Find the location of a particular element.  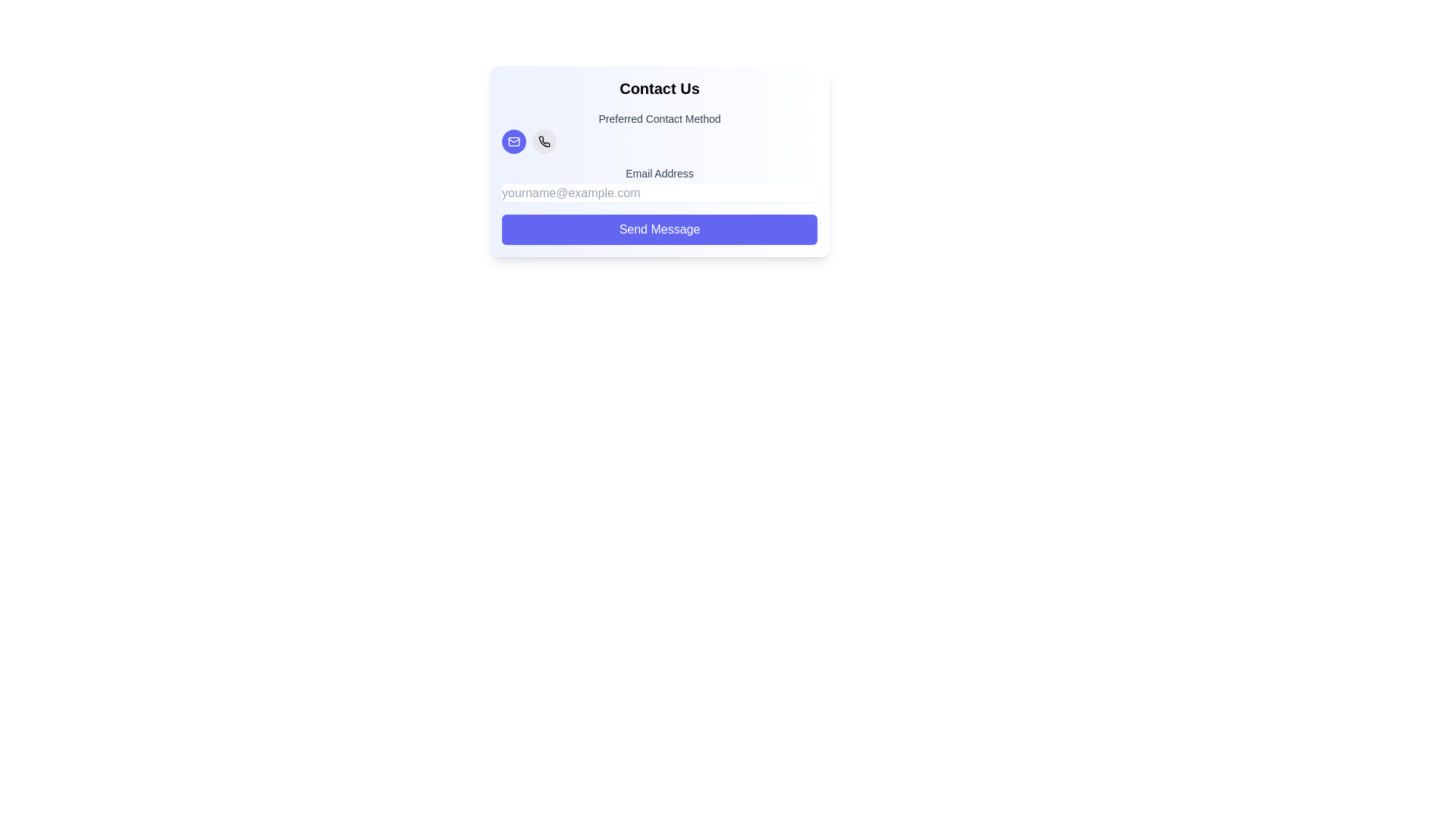

the blue rectangular shape with rounded corners inside the envelope icon in the 'Preferred Contact Method' section is located at coordinates (513, 141).